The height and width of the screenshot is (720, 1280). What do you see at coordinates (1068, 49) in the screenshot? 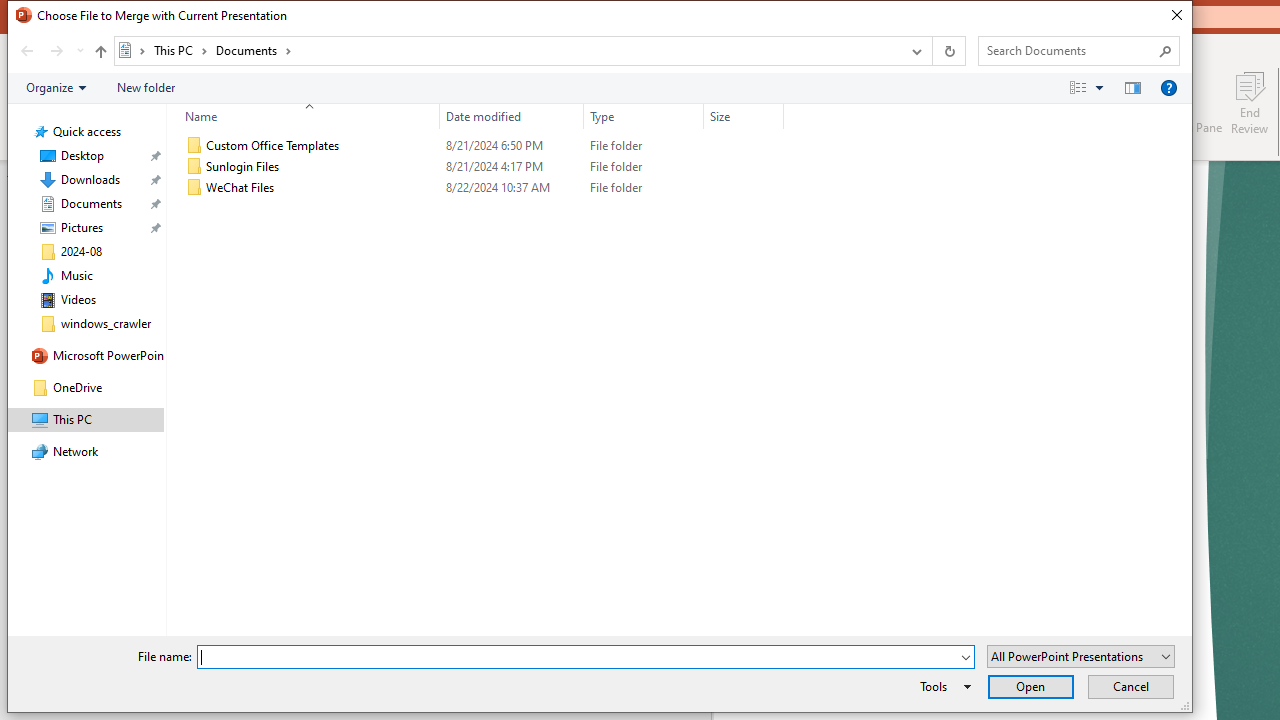
I see `'Search Box'` at bounding box center [1068, 49].